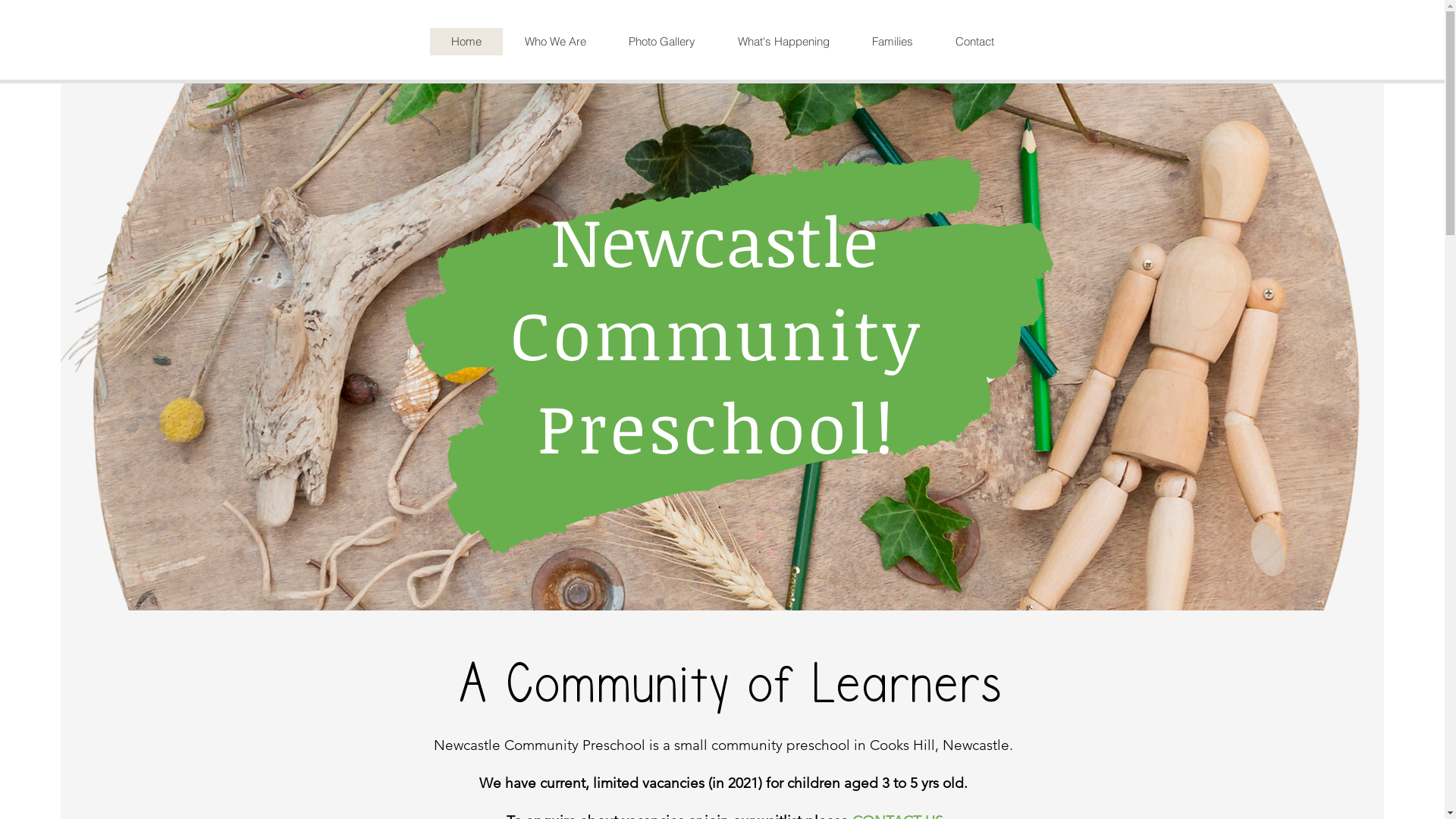 This screenshot has height=819, width=1456. What do you see at coordinates (502, 40) in the screenshot?
I see `'Who We Are'` at bounding box center [502, 40].